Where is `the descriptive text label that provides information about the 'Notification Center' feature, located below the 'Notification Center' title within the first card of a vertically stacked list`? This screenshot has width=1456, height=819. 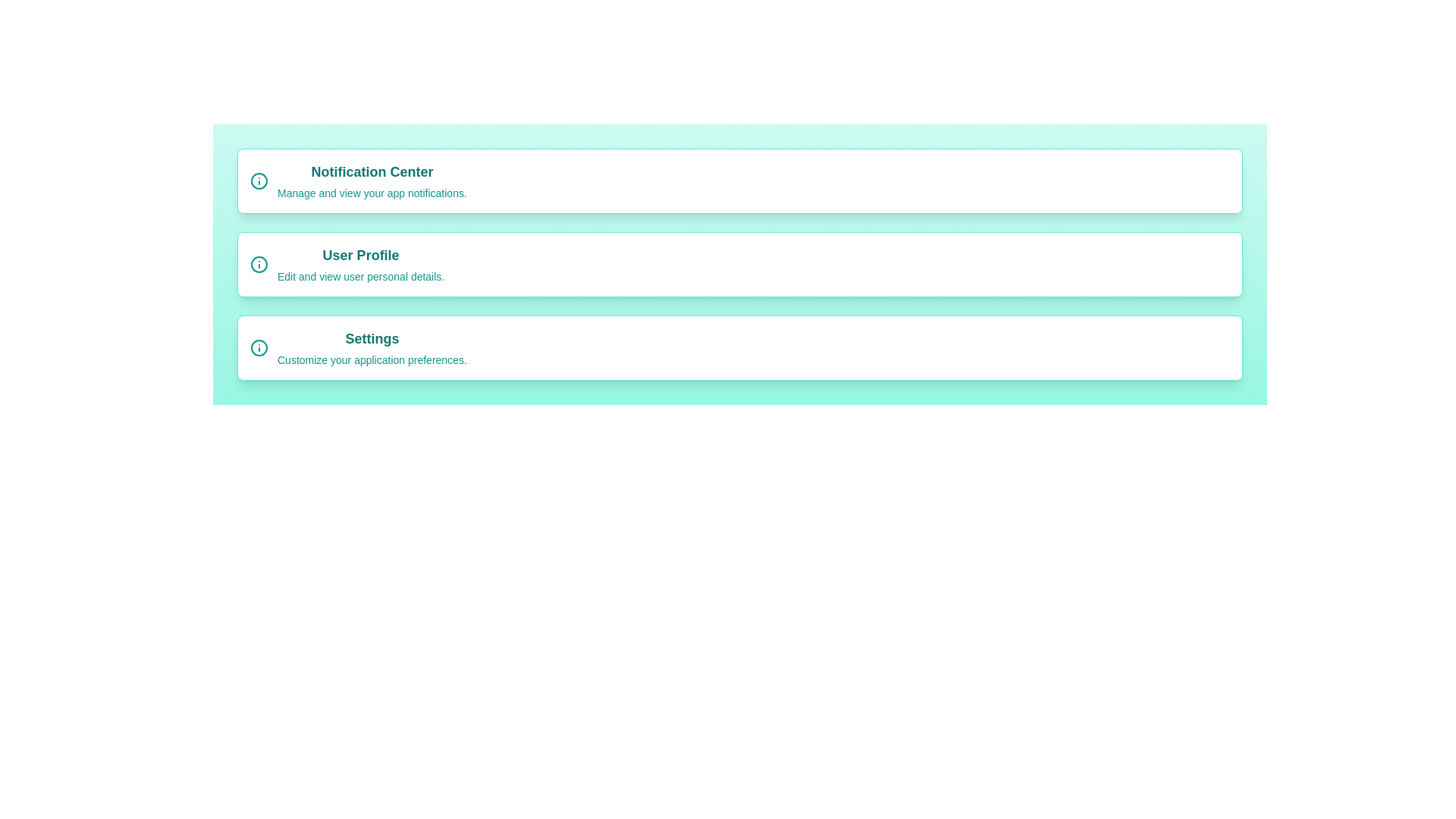 the descriptive text label that provides information about the 'Notification Center' feature, located below the 'Notification Center' title within the first card of a vertically stacked list is located at coordinates (372, 192).